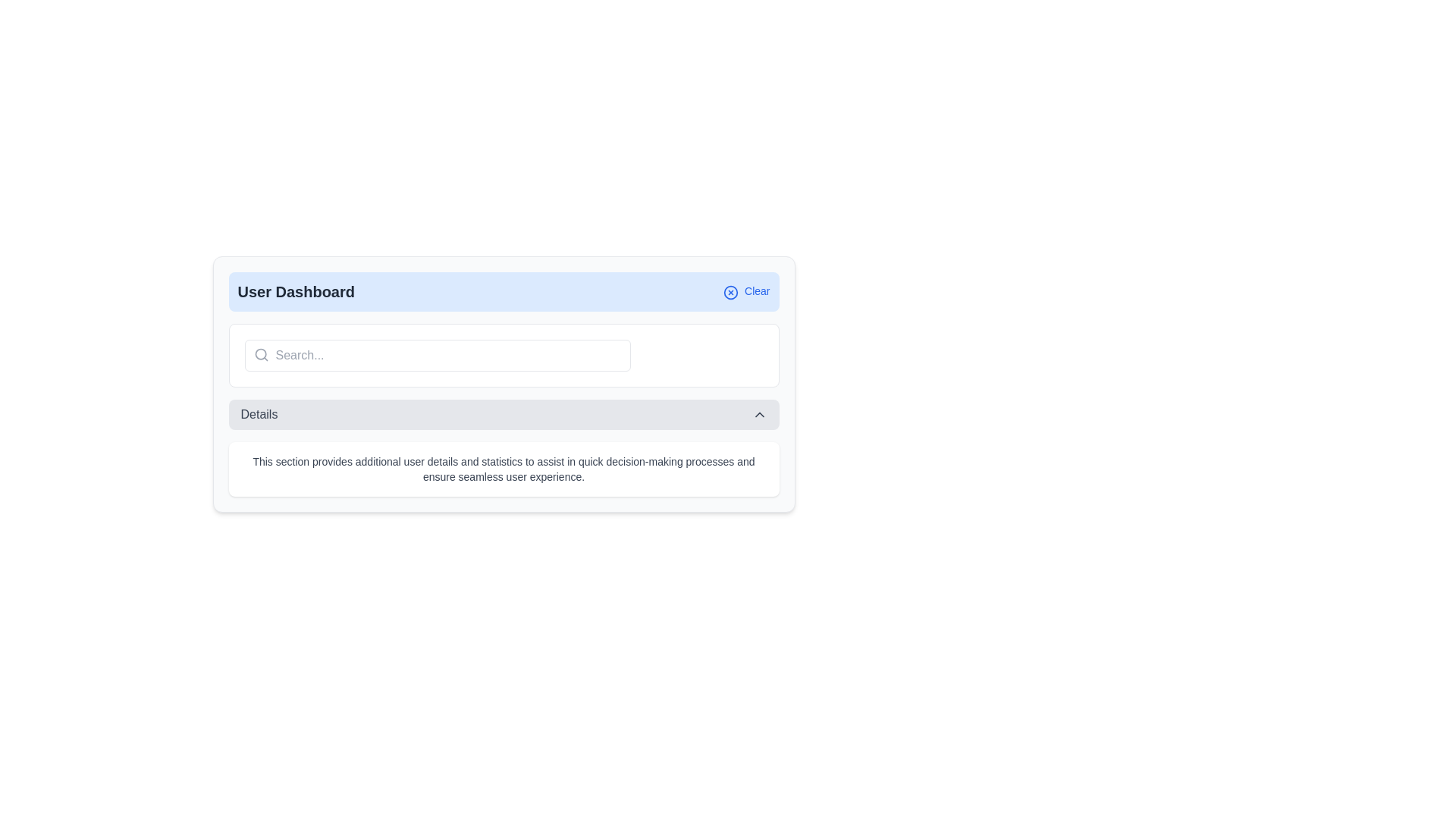 The height and width of the screenshot is (819, 1456). Describe the element at coordinates (504, 415) in the screenshot. I see `the toggle button located below the search bar that expands or collapses additional information` at that location.